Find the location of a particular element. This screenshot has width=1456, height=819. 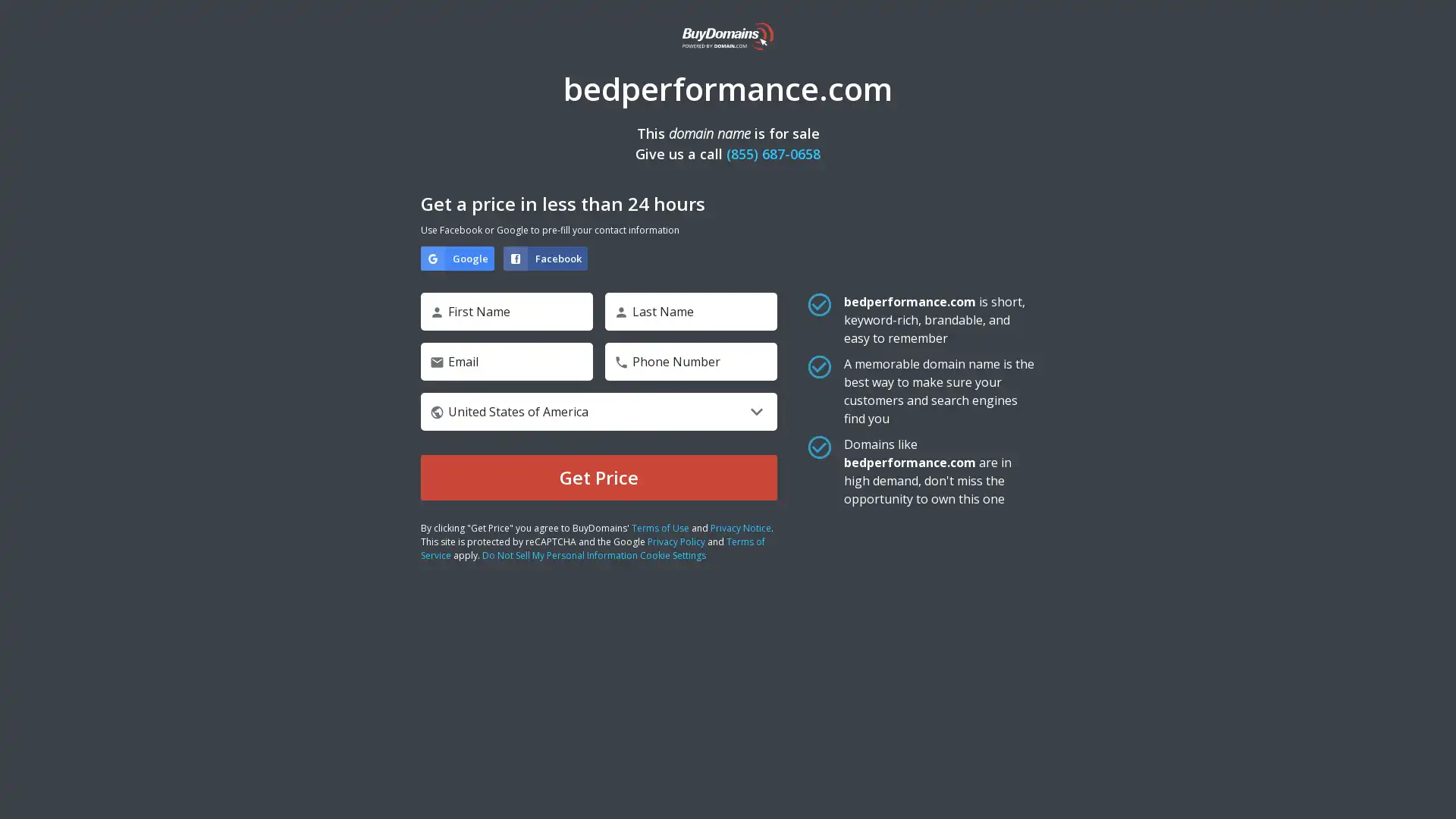

Facebook is located at coordinates (545, 257).